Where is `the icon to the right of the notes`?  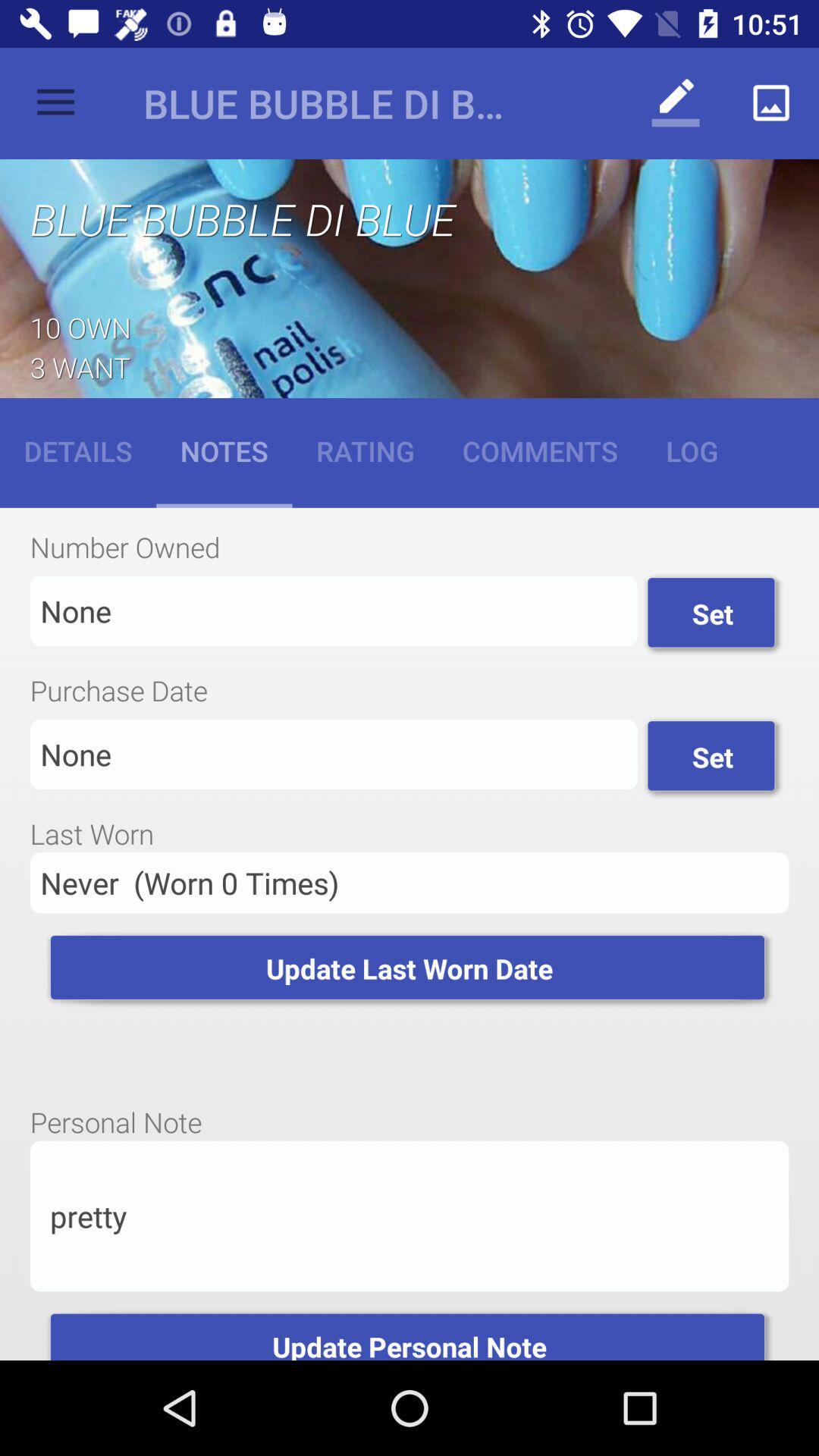 the icon to the right of the notes is located at coordinates (365, 450).